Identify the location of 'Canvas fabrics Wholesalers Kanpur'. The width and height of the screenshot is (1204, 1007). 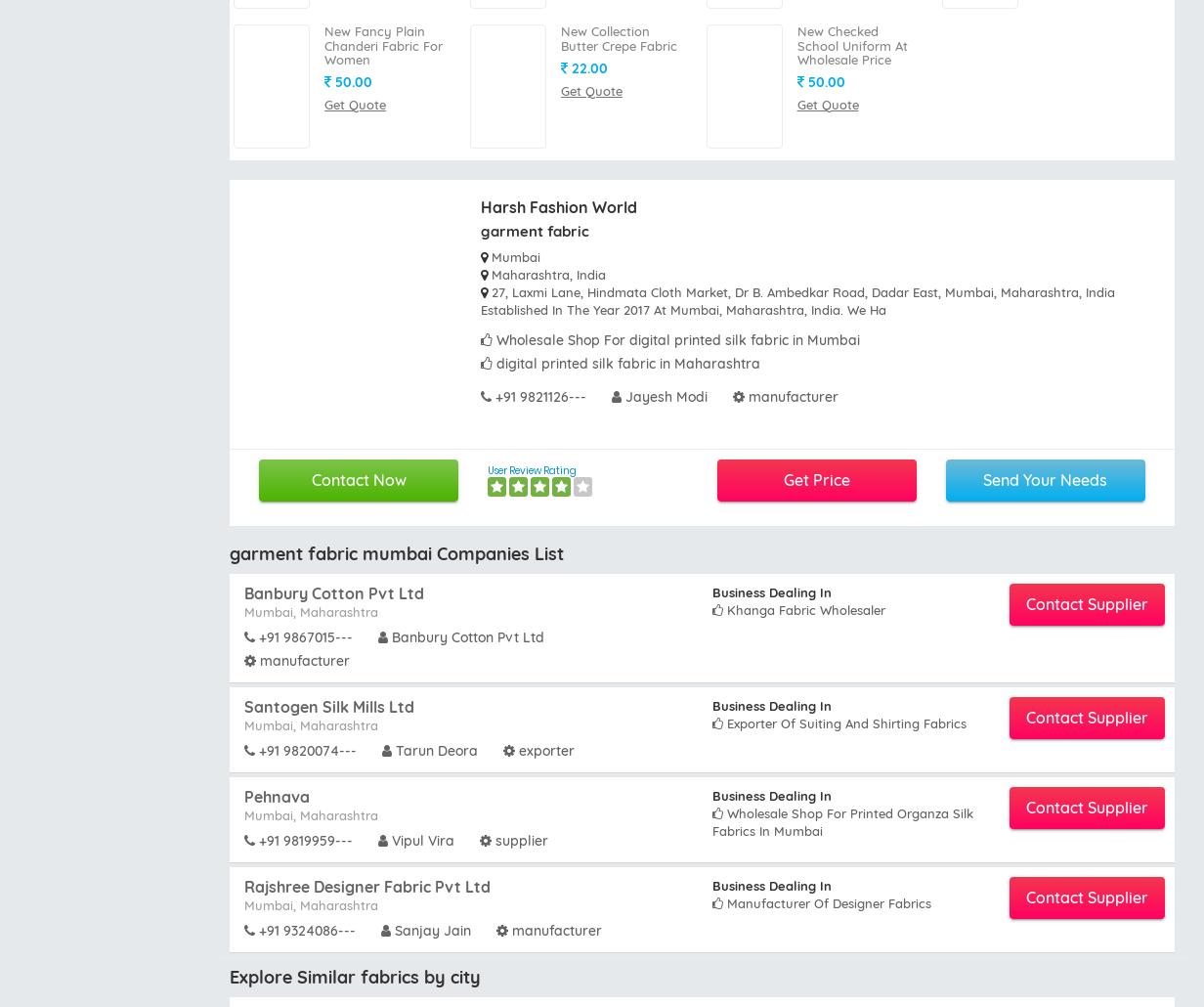
(818, 782).